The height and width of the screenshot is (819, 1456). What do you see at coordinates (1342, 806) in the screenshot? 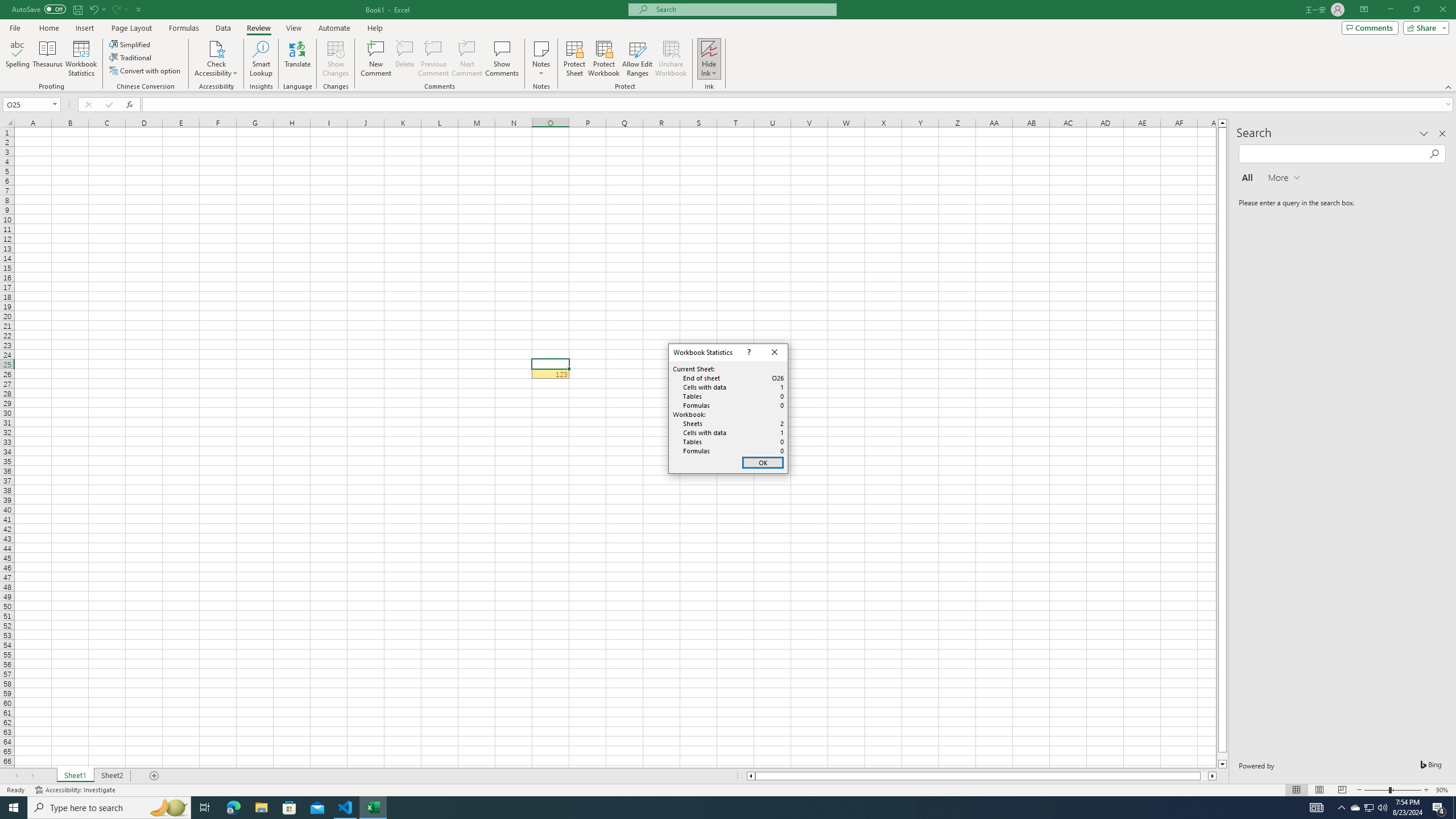
I see `'Notification Chevron'` at bounding box center [1342, 806].